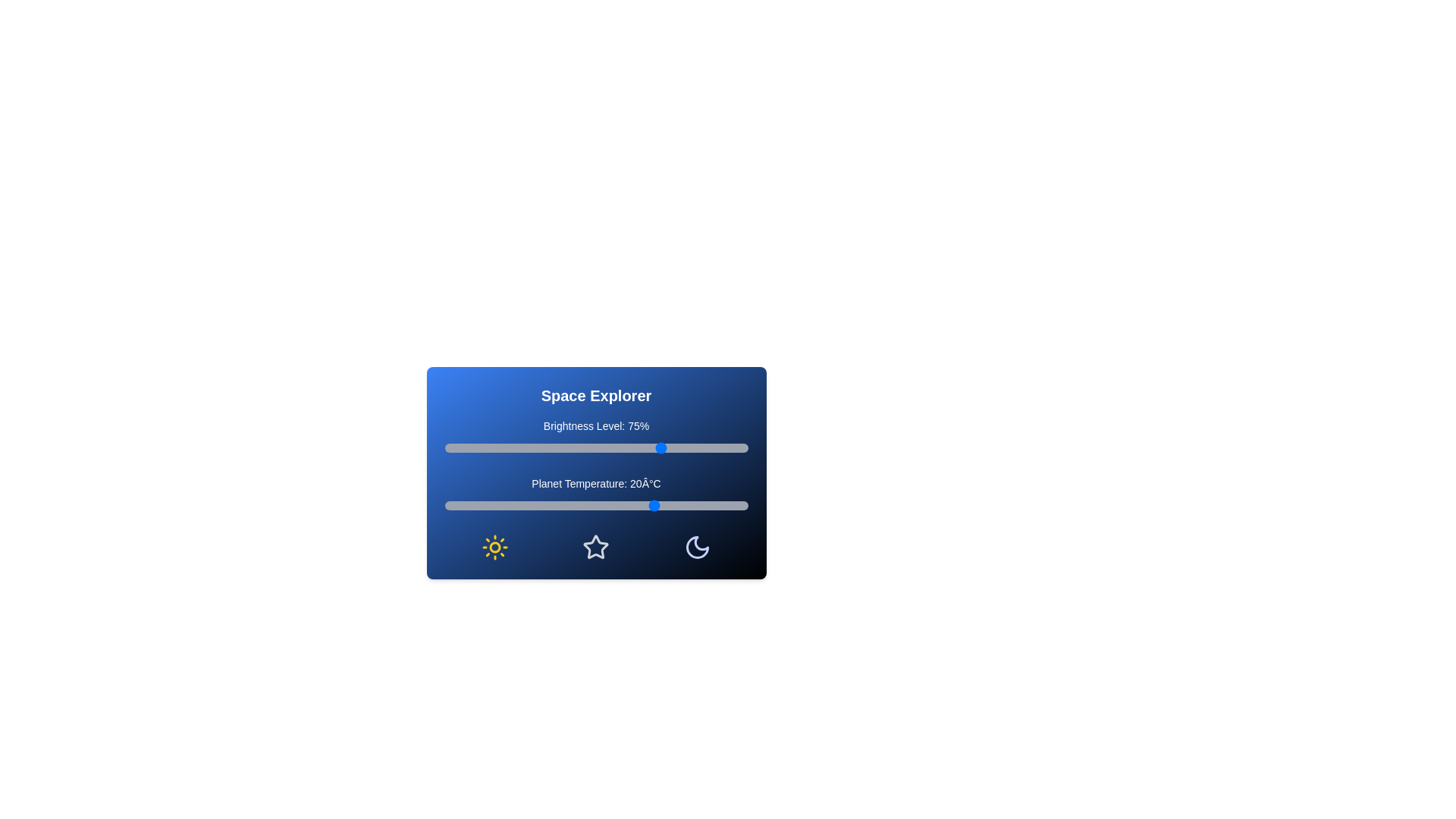 The width and height of the screenshot is (1456, 819). What do you see at coordinates (683, 506) in the screenshot?
I see `the planet temperature slider to 29°C` at bounding box center [683, 506].